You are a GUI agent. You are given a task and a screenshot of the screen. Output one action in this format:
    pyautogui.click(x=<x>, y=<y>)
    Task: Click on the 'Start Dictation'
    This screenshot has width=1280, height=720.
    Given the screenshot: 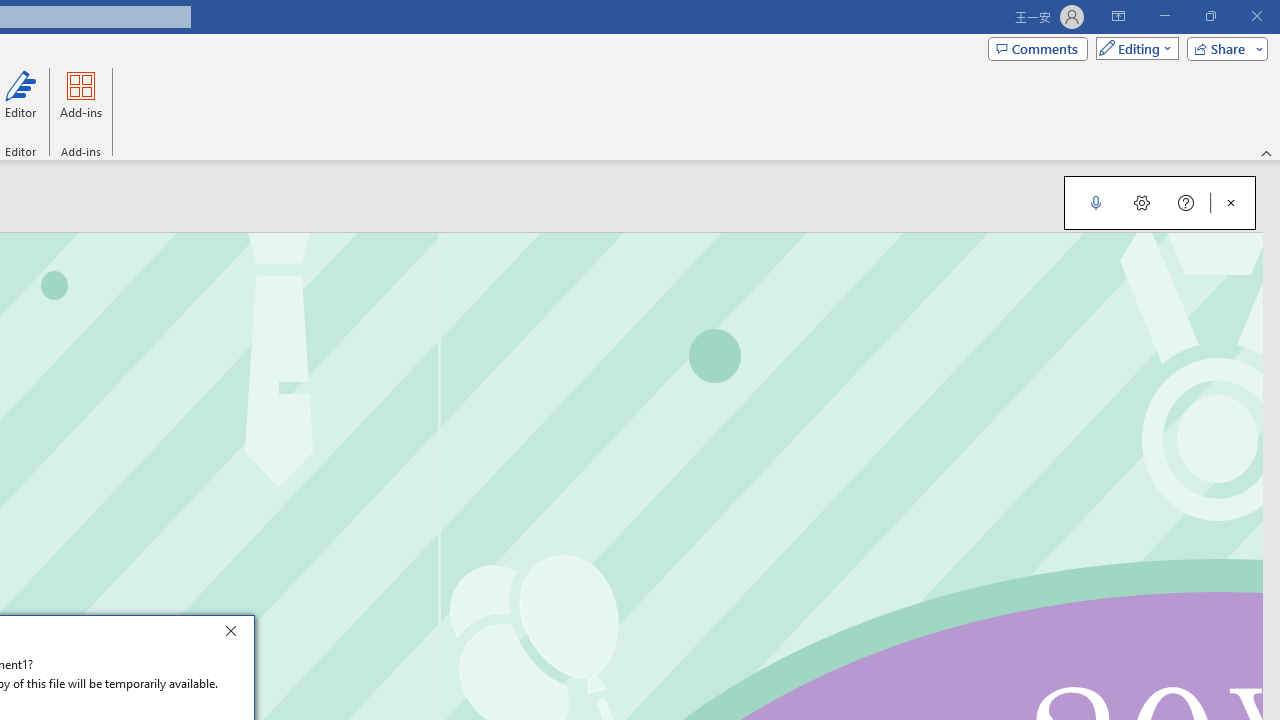 What is the action you would take?
    pyautogui.click(x=1095, y=203)
    